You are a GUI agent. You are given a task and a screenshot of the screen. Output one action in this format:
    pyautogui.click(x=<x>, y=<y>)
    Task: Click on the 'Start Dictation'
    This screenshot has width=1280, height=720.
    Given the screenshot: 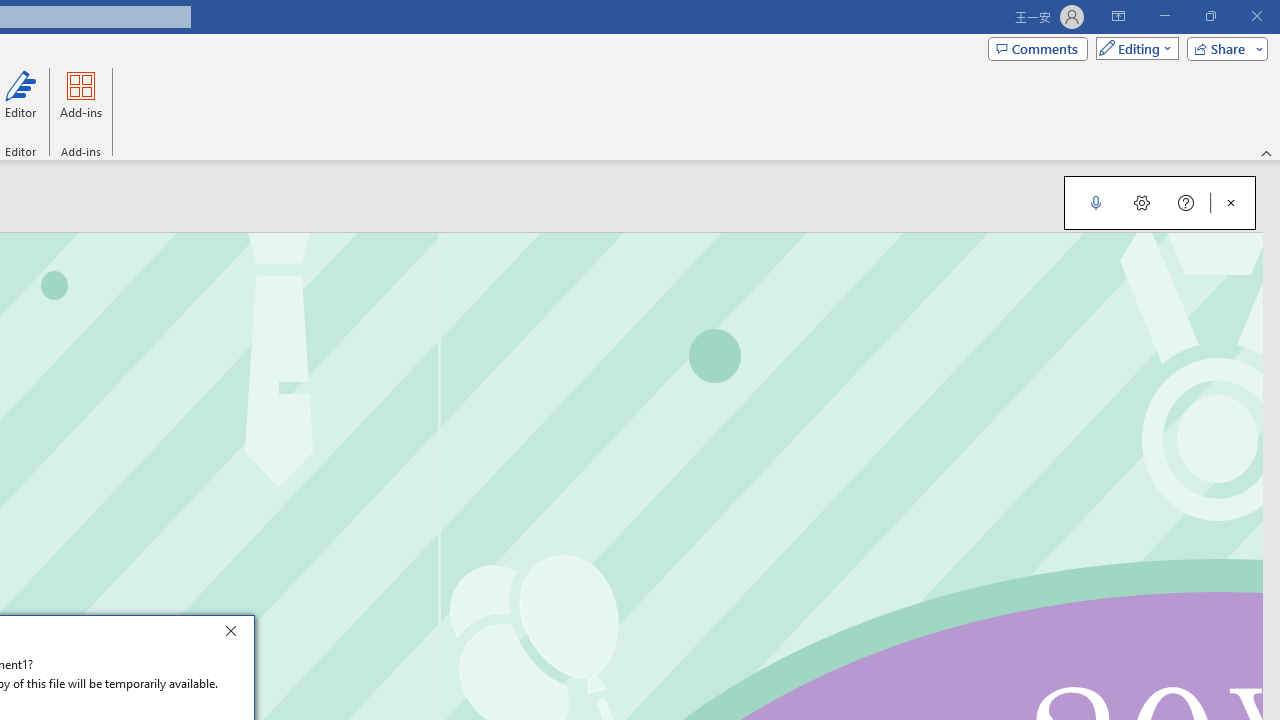 What is the action you would take?
    pyautogui.click(x=1095, y=203)
    